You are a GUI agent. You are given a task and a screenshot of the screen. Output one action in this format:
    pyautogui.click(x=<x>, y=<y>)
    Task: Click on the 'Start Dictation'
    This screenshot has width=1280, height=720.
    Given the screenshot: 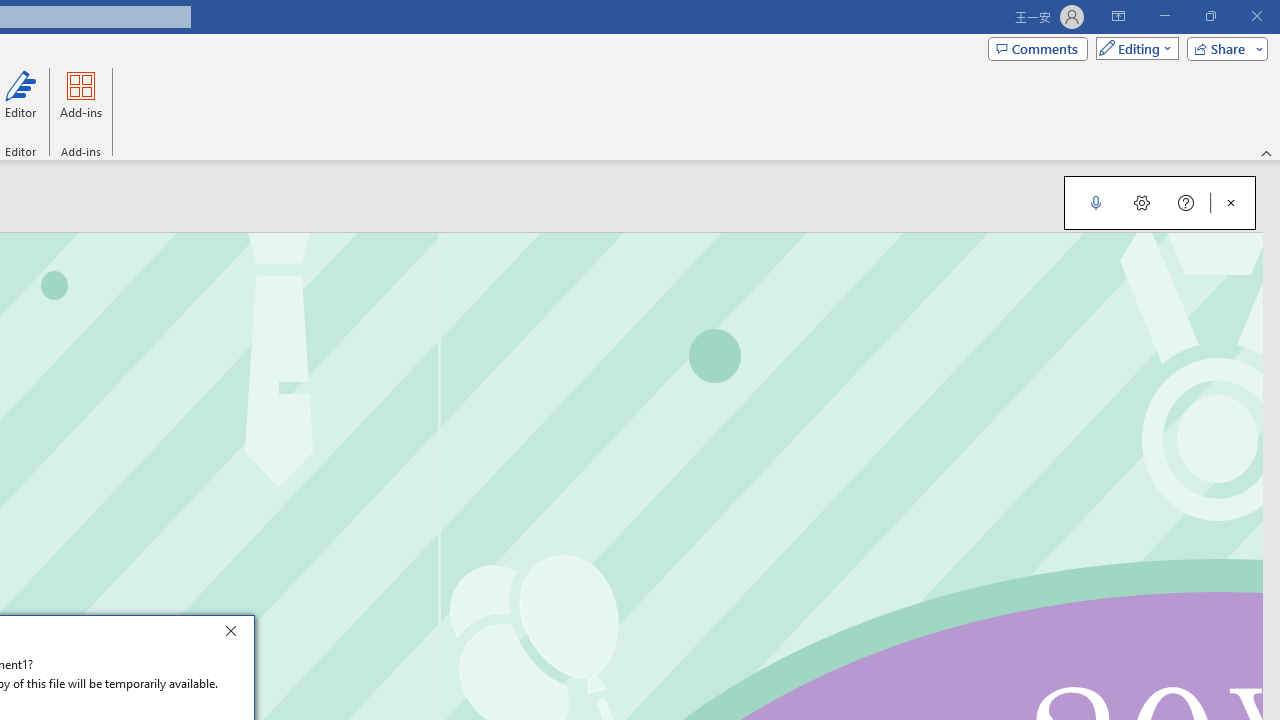 What is the action you would take?
    pyautogui.click(x=1095, y=203)
    